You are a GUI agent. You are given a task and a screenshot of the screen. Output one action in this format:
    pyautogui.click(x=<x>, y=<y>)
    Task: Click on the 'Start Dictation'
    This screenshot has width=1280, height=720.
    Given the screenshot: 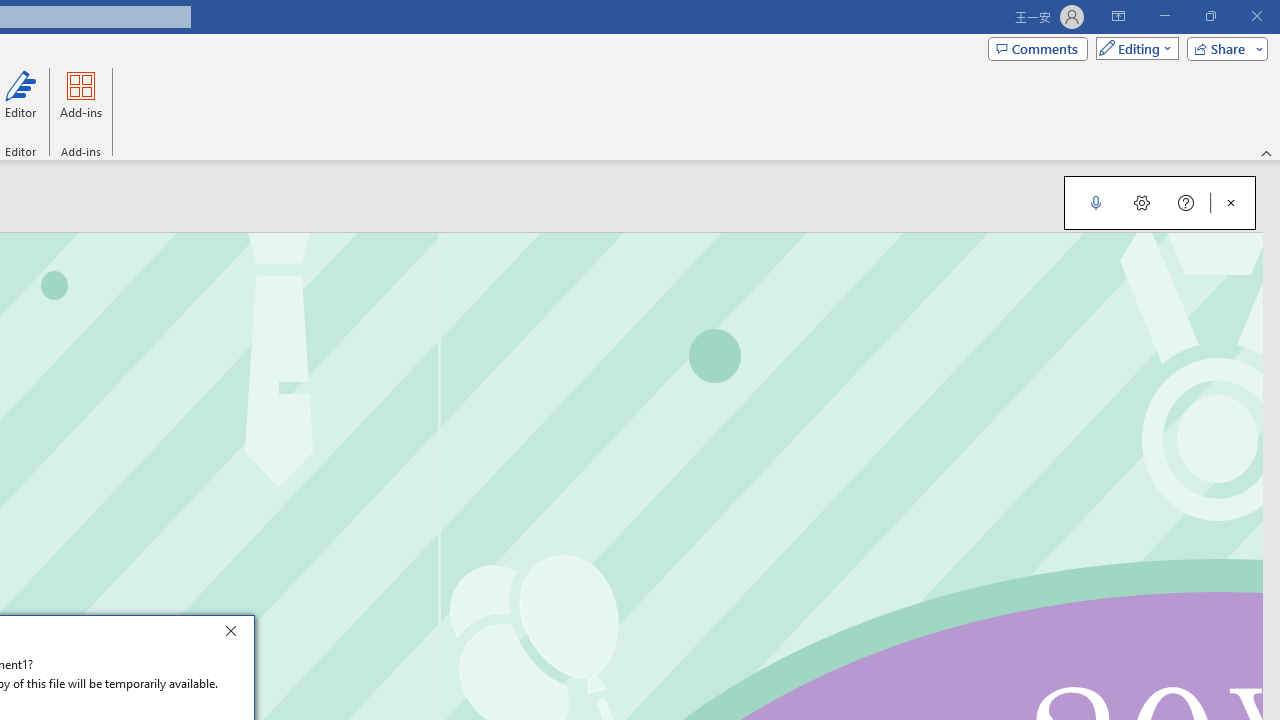 What is the action you would take?
    pyautogui.click(x=1095, y=203)
    